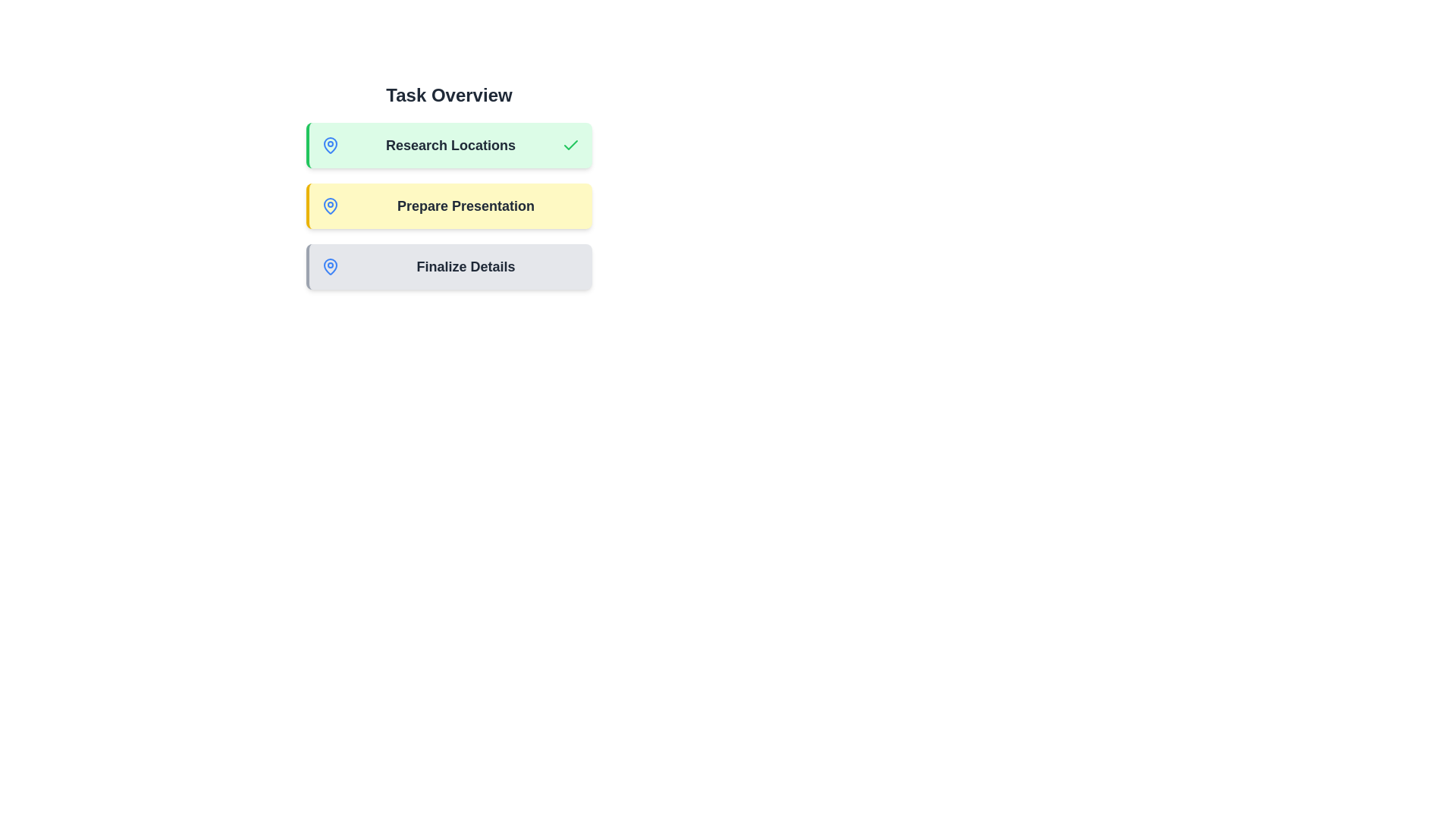  Describe the element at coordinates (330, 146) in the screenshot. I see `the status indicator icon on the task chip for Research Locations` at that location.